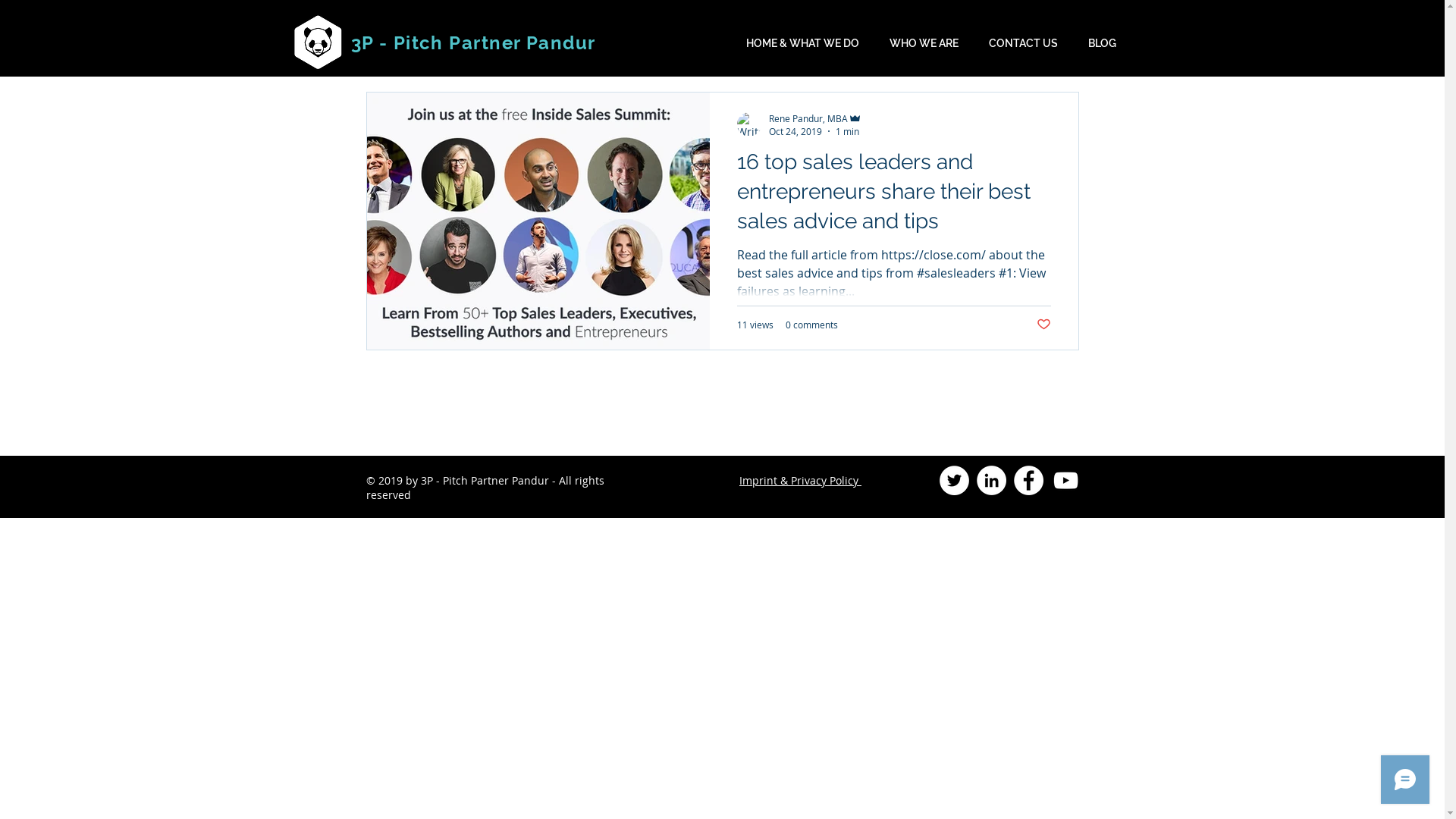 Image resolution: width=1456 pixels, height=819 pixels. Describe the element at coordinates (786, 324) in the screenshot. I see `'0 comments'` at that location.